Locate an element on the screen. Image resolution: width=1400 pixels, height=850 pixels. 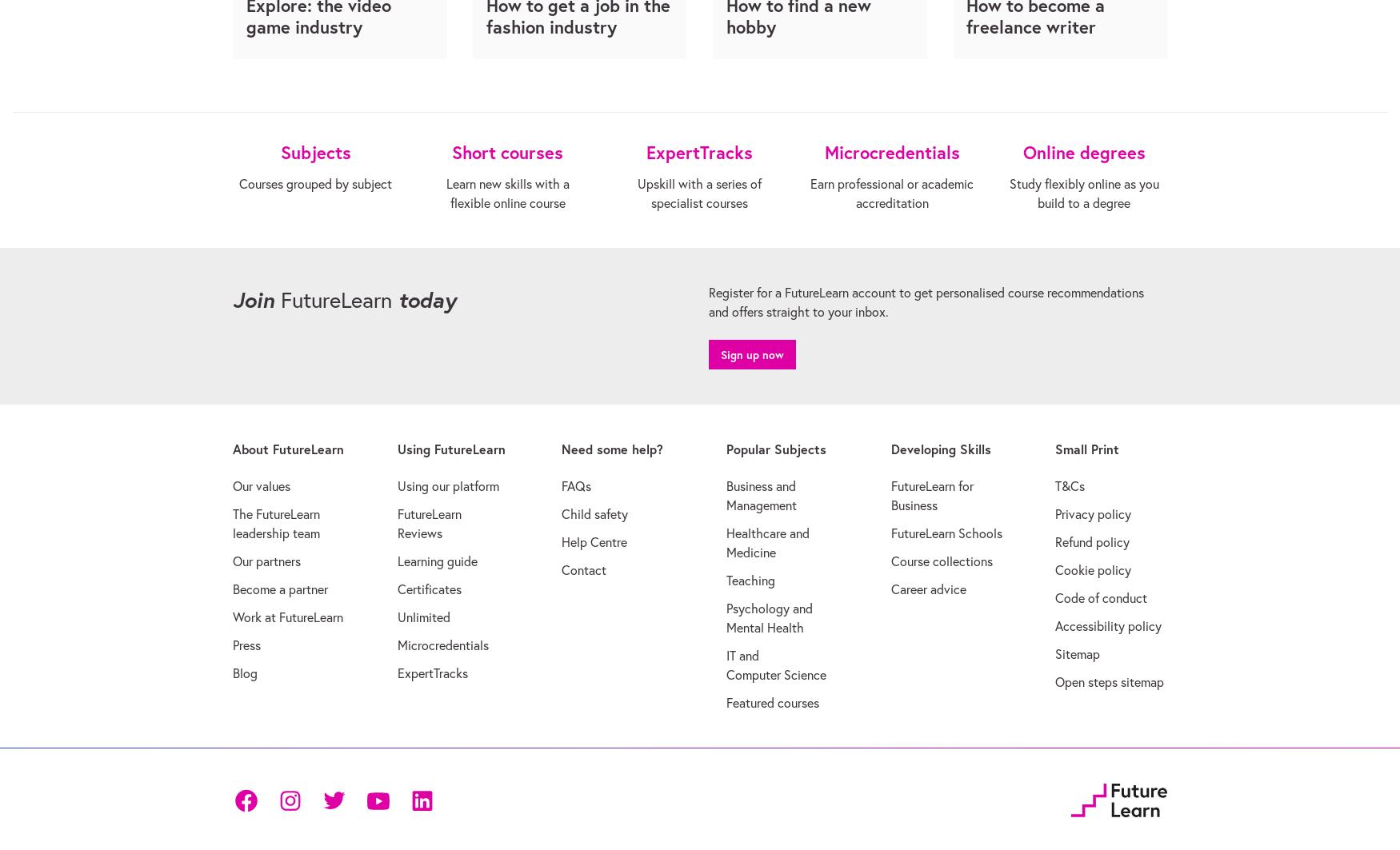
'Refund policy' is located at coordinates (1054, 541).